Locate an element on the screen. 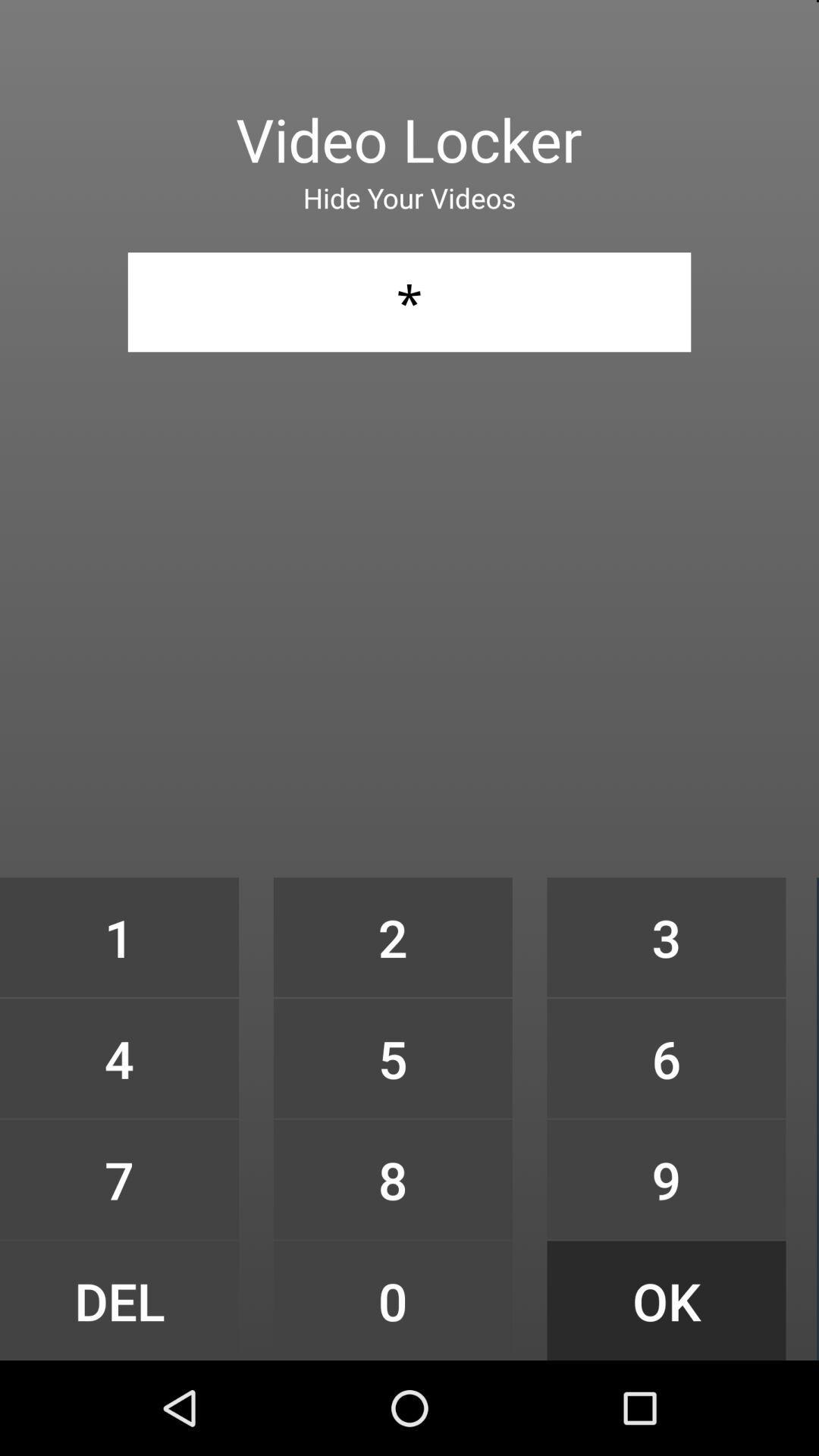  item to the left of 6 icon is located at coordinates (392, 1178).